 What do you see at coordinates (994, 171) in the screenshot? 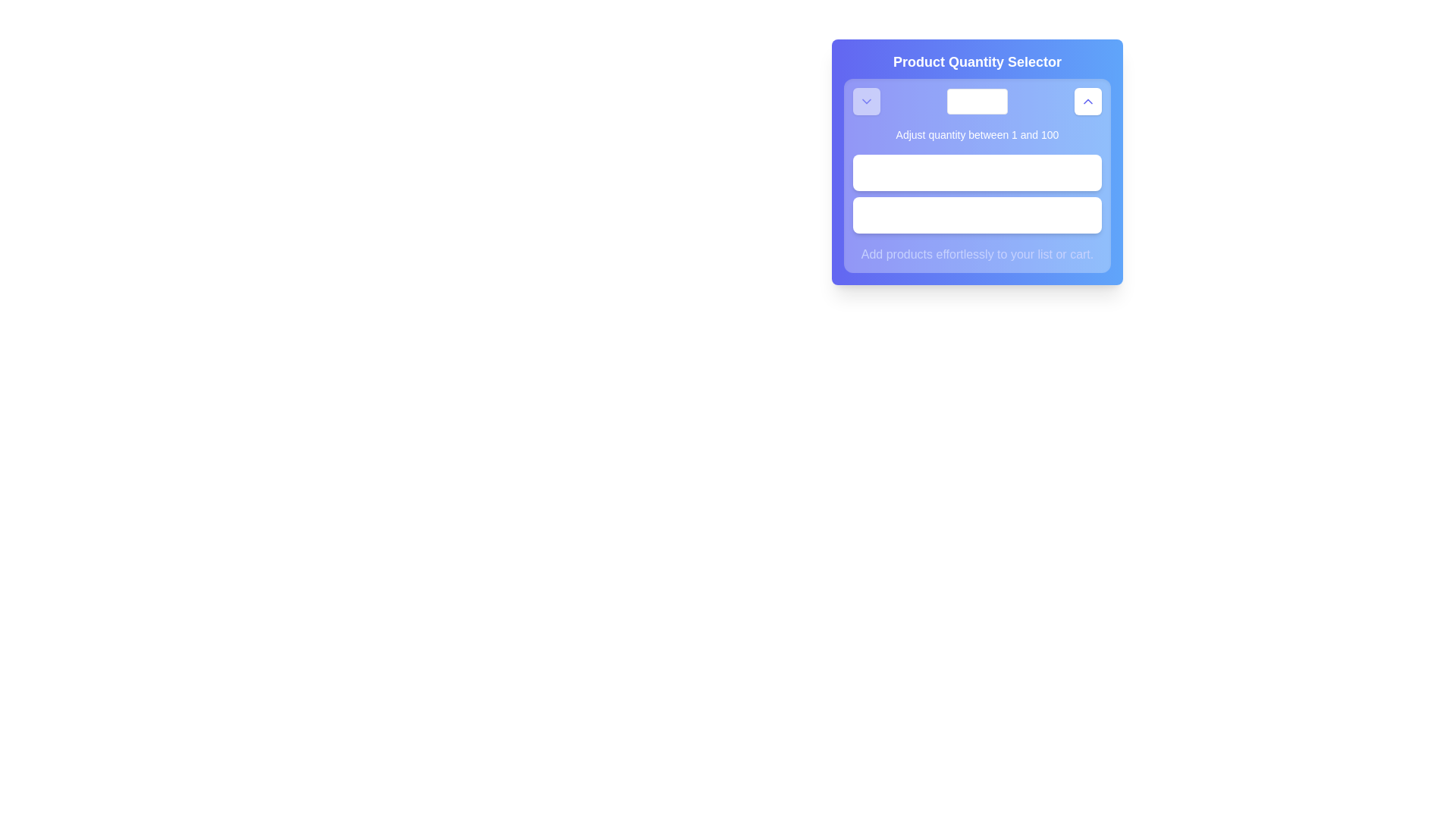
I see `the quantity` at bounding box center [994, 171].